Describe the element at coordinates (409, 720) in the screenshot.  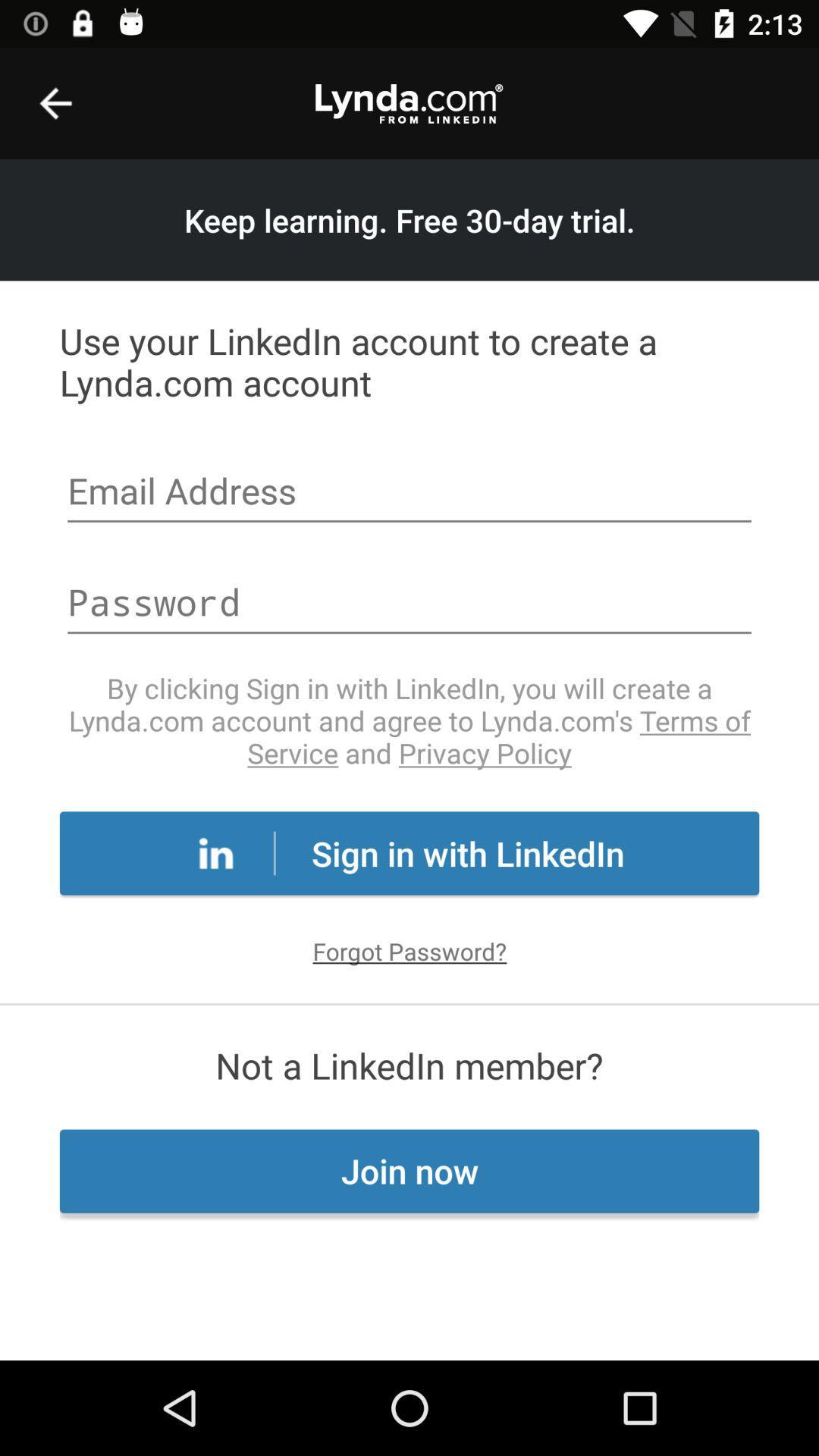
I see `by clicking sign icon` at that location.